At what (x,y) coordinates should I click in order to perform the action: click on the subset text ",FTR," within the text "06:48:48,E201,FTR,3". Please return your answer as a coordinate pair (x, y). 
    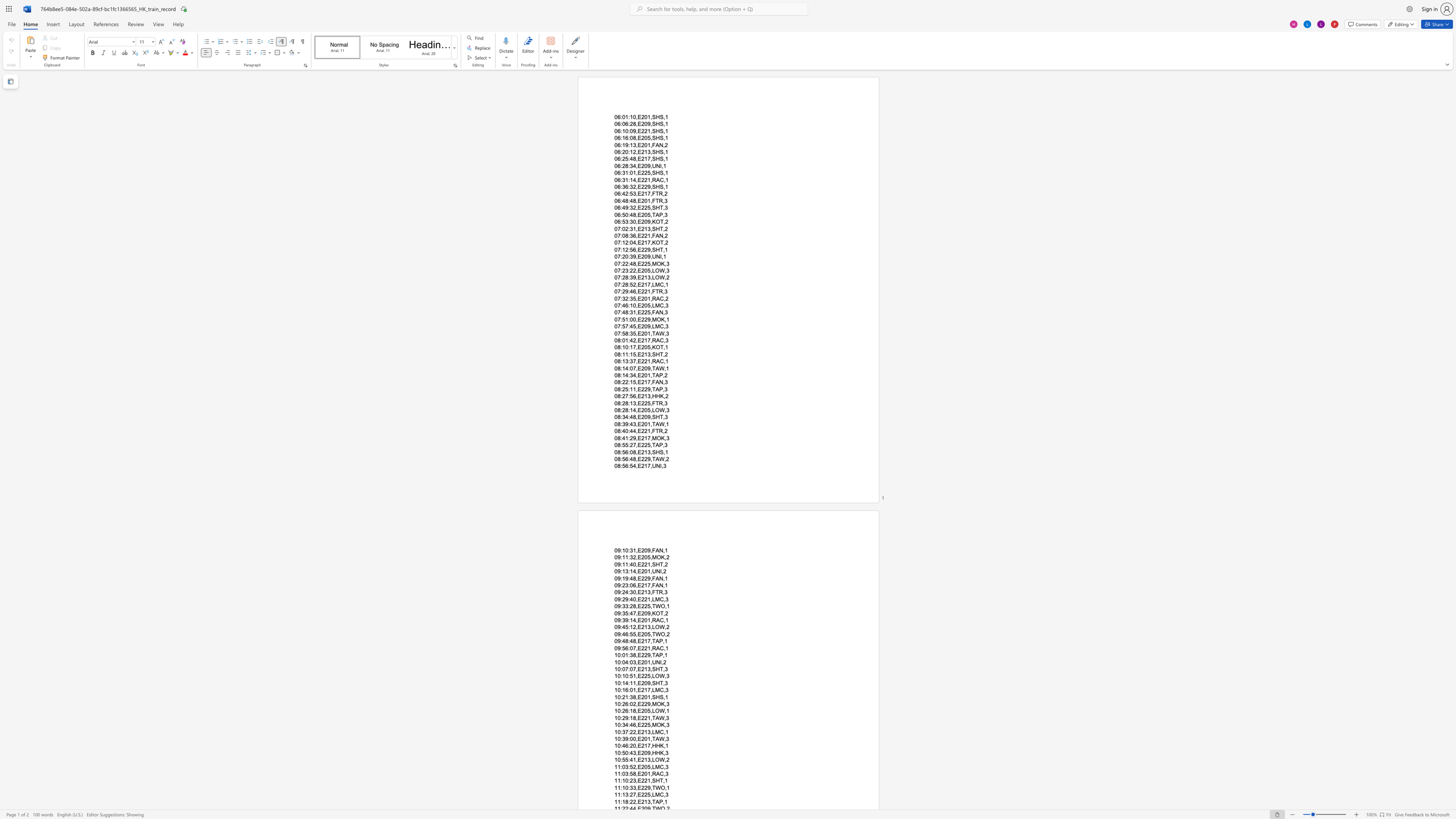
    Looking at the image, I should click on (649, 200).